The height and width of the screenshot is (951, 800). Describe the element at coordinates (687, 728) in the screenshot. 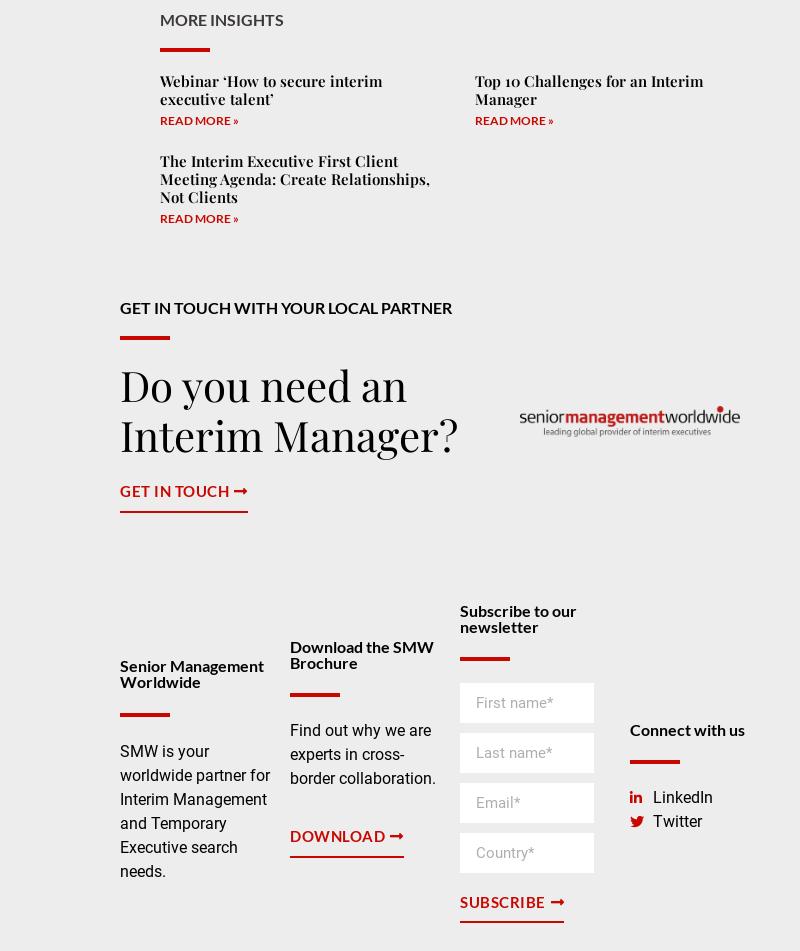

I see `'Connect with us'` at that location.